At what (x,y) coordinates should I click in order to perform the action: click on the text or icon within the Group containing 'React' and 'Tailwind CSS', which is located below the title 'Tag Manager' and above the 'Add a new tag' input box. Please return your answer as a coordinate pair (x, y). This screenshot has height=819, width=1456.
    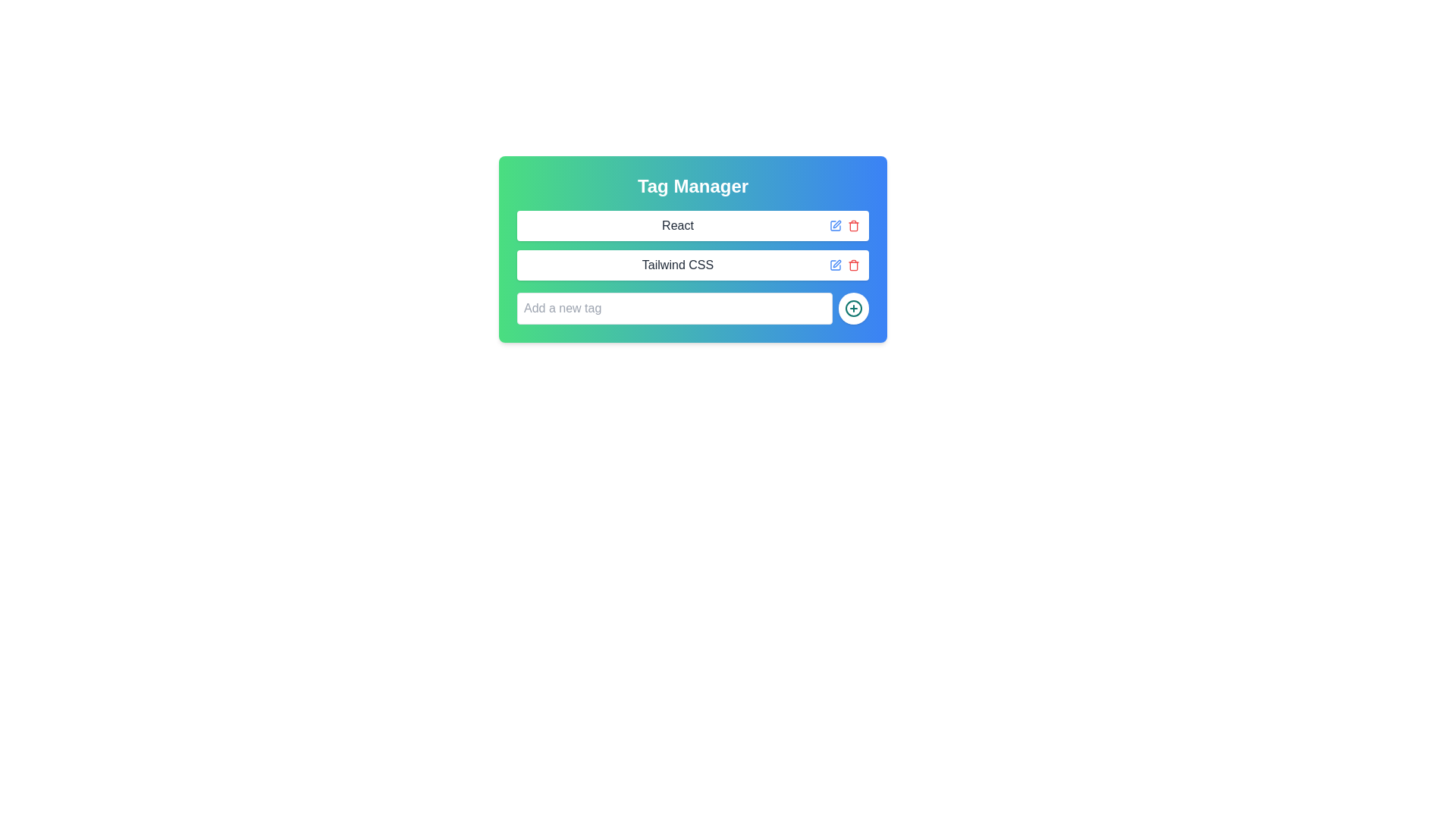
    Looking at the image, I should click on (692, 245).